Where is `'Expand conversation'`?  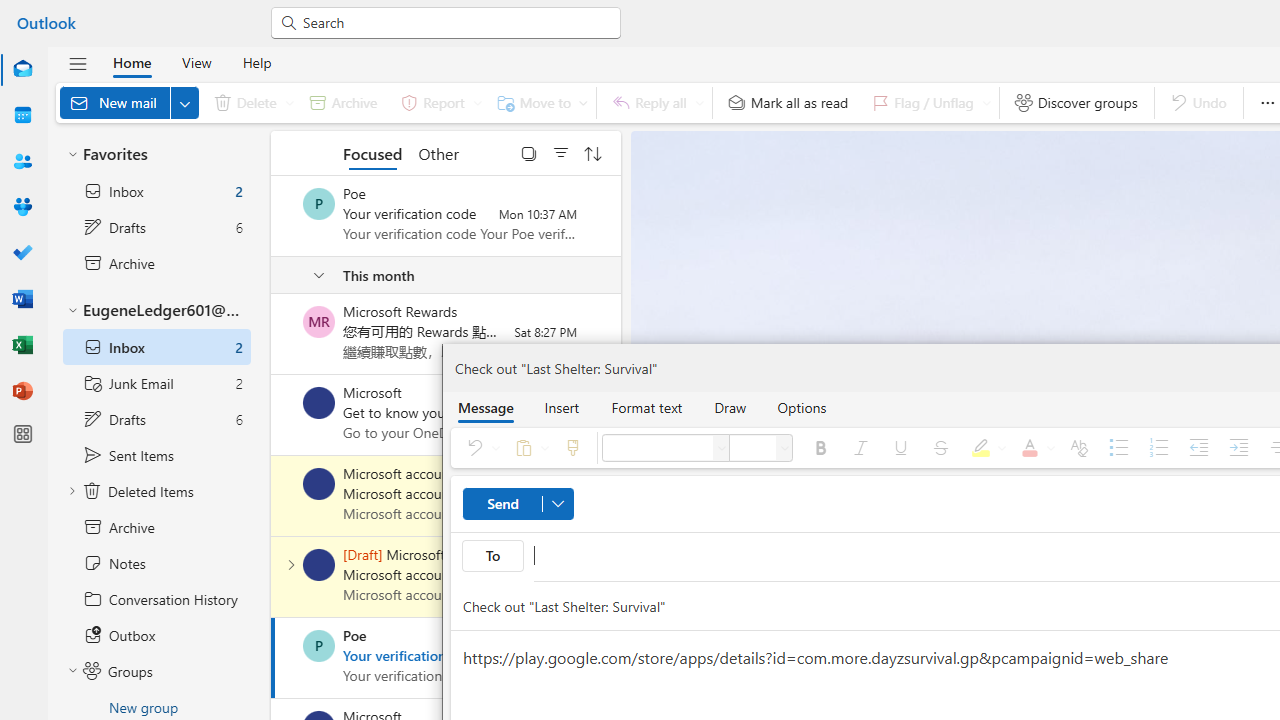
'Expand conversation' is located at coordinates (290, 564).